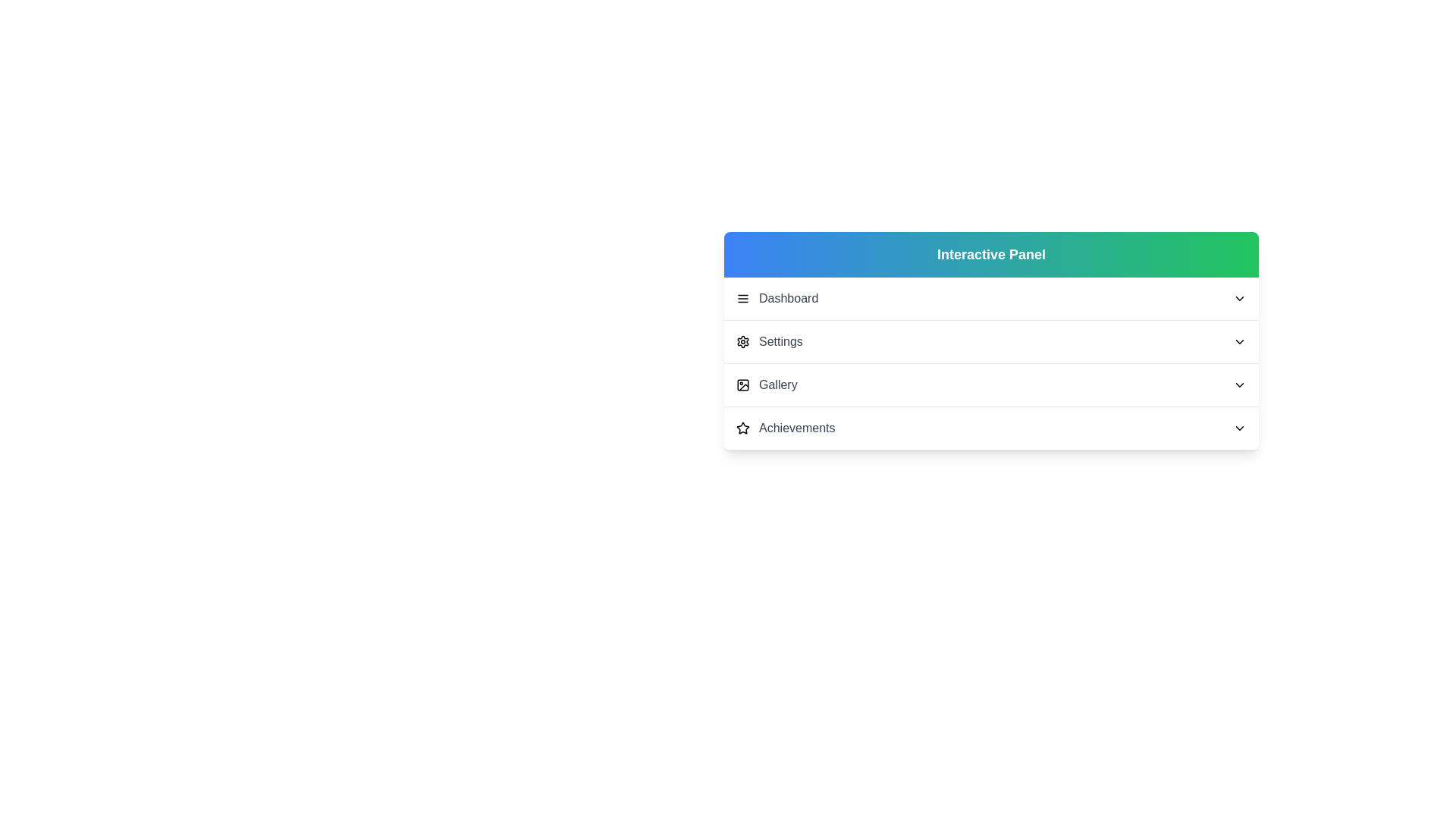 This screenshot has height=819, width=1456. I want to click on the 'Gallery' menu label in the Interactive Panel, so click(778, 384).